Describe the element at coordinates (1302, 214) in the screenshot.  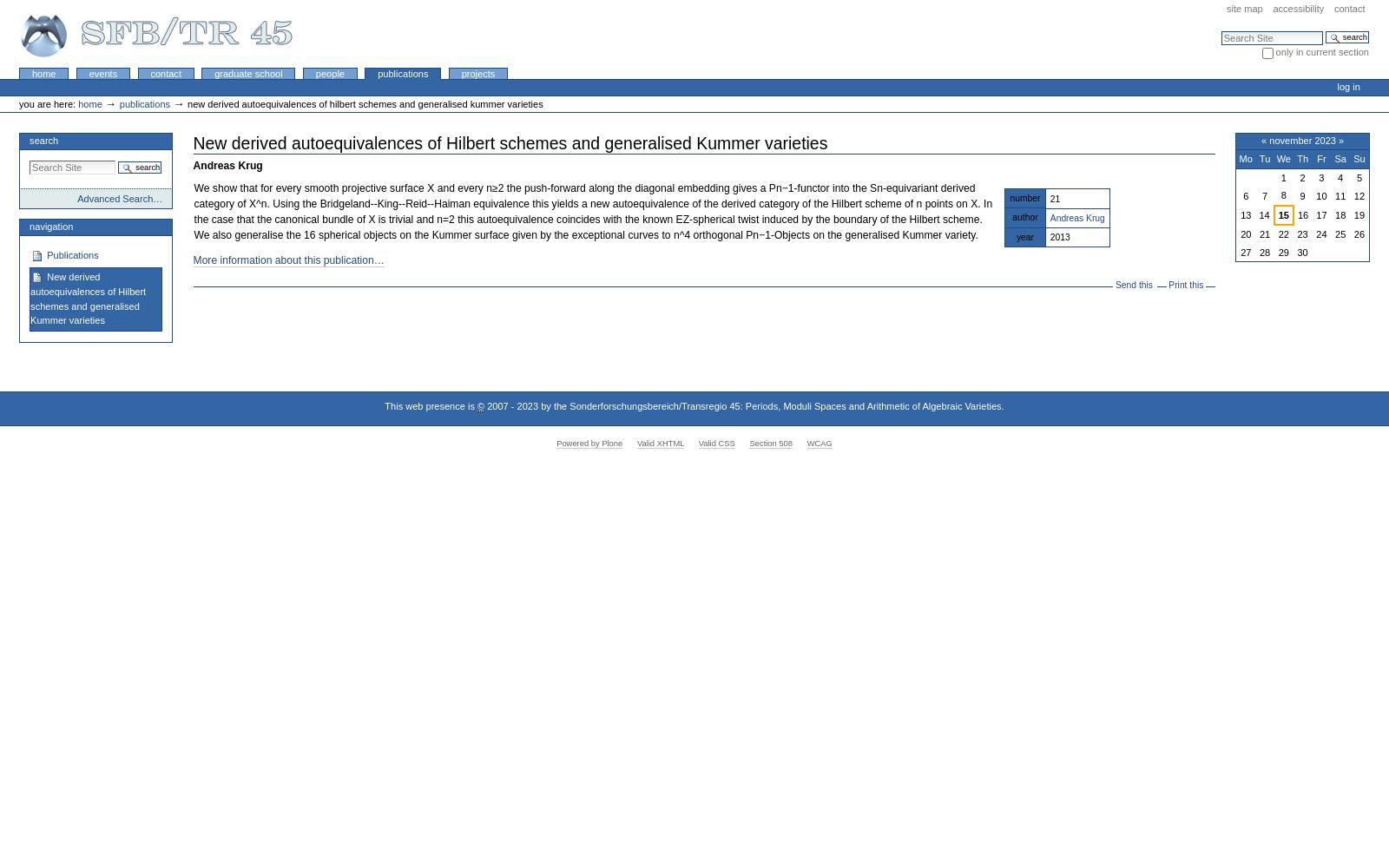
I see `'16'` at that location.